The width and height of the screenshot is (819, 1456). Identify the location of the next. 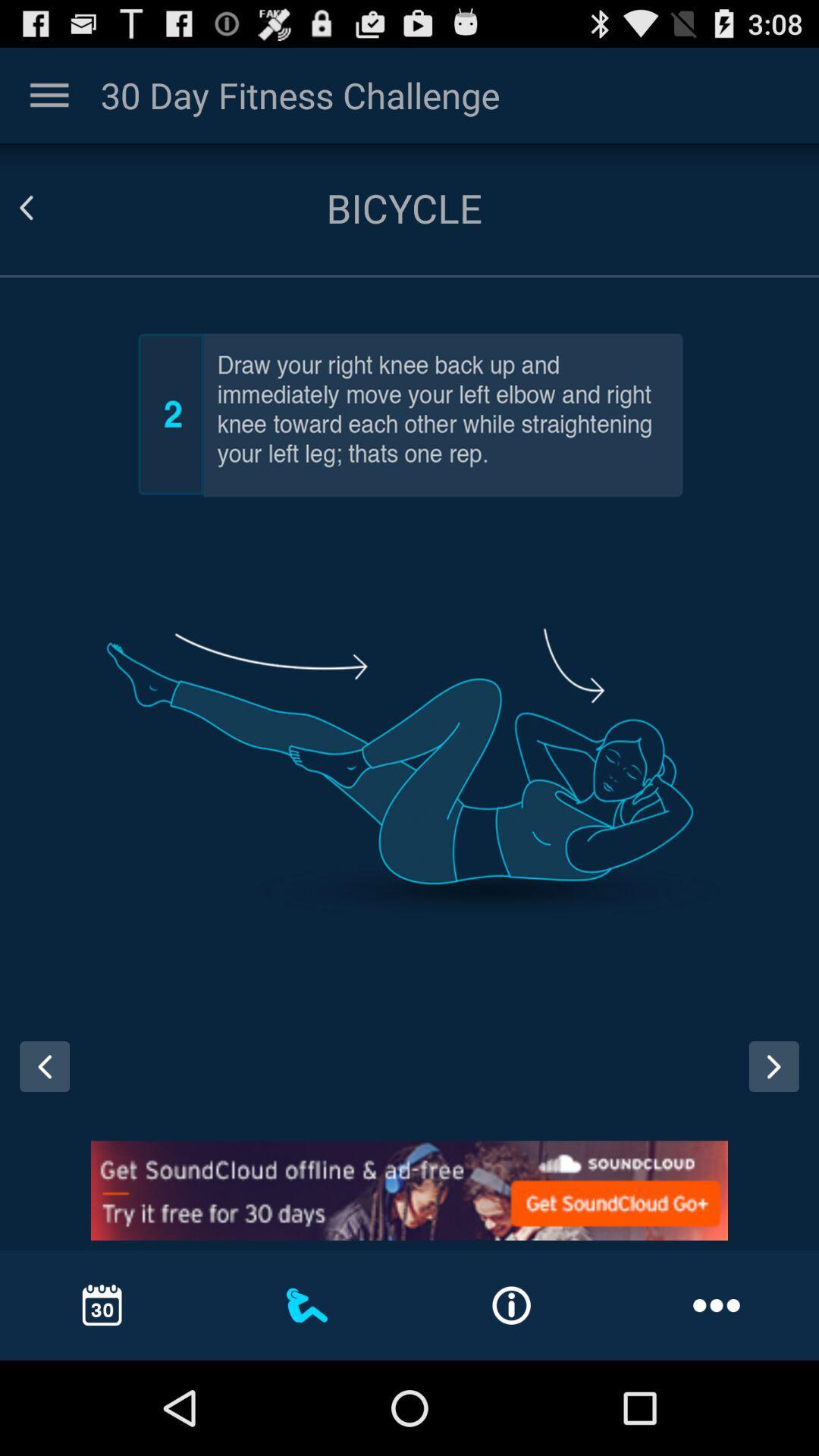
(779, 1080).